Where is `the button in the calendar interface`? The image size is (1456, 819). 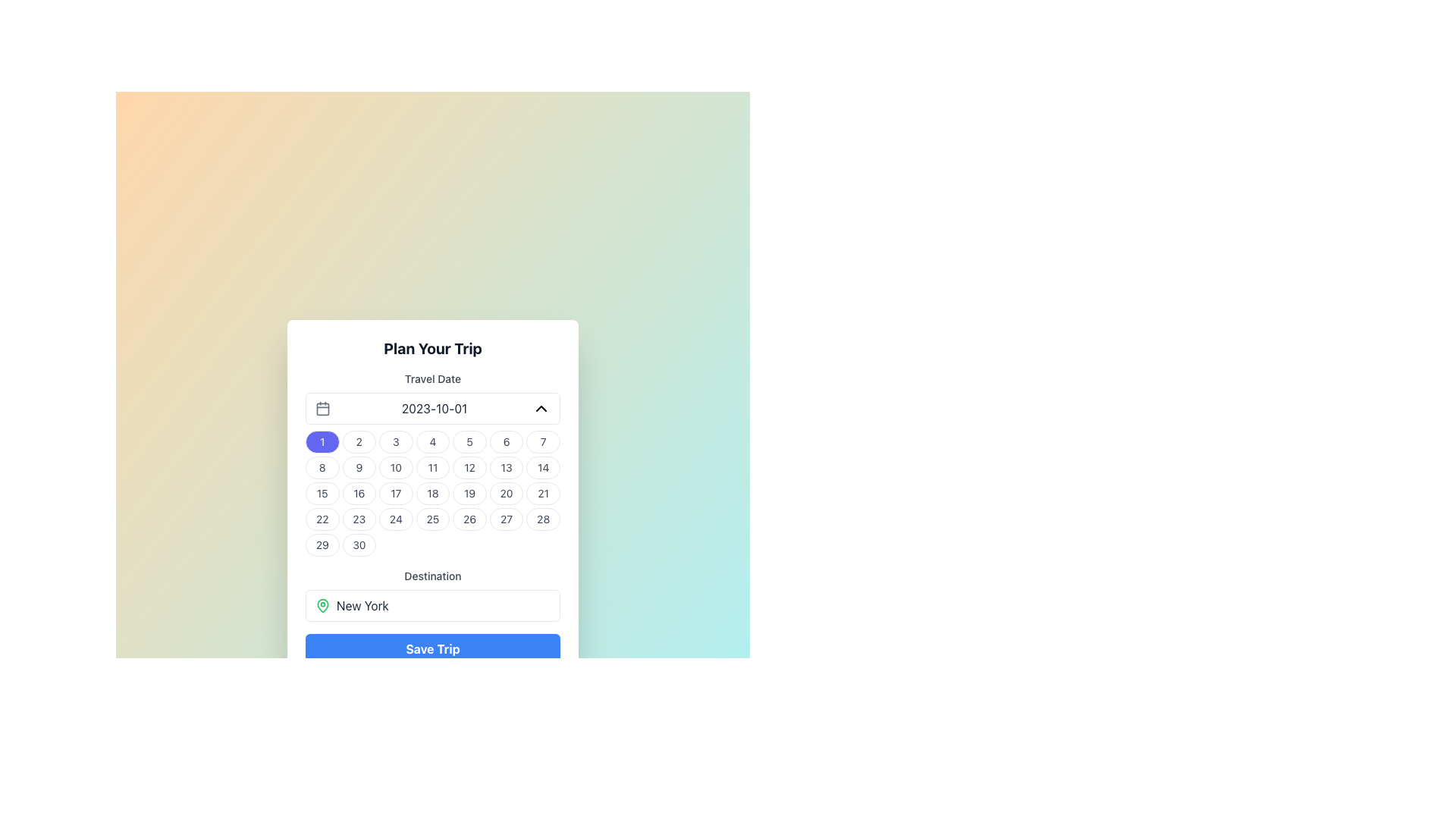 the button in the calendar interface is located at coordinates (358, 467).